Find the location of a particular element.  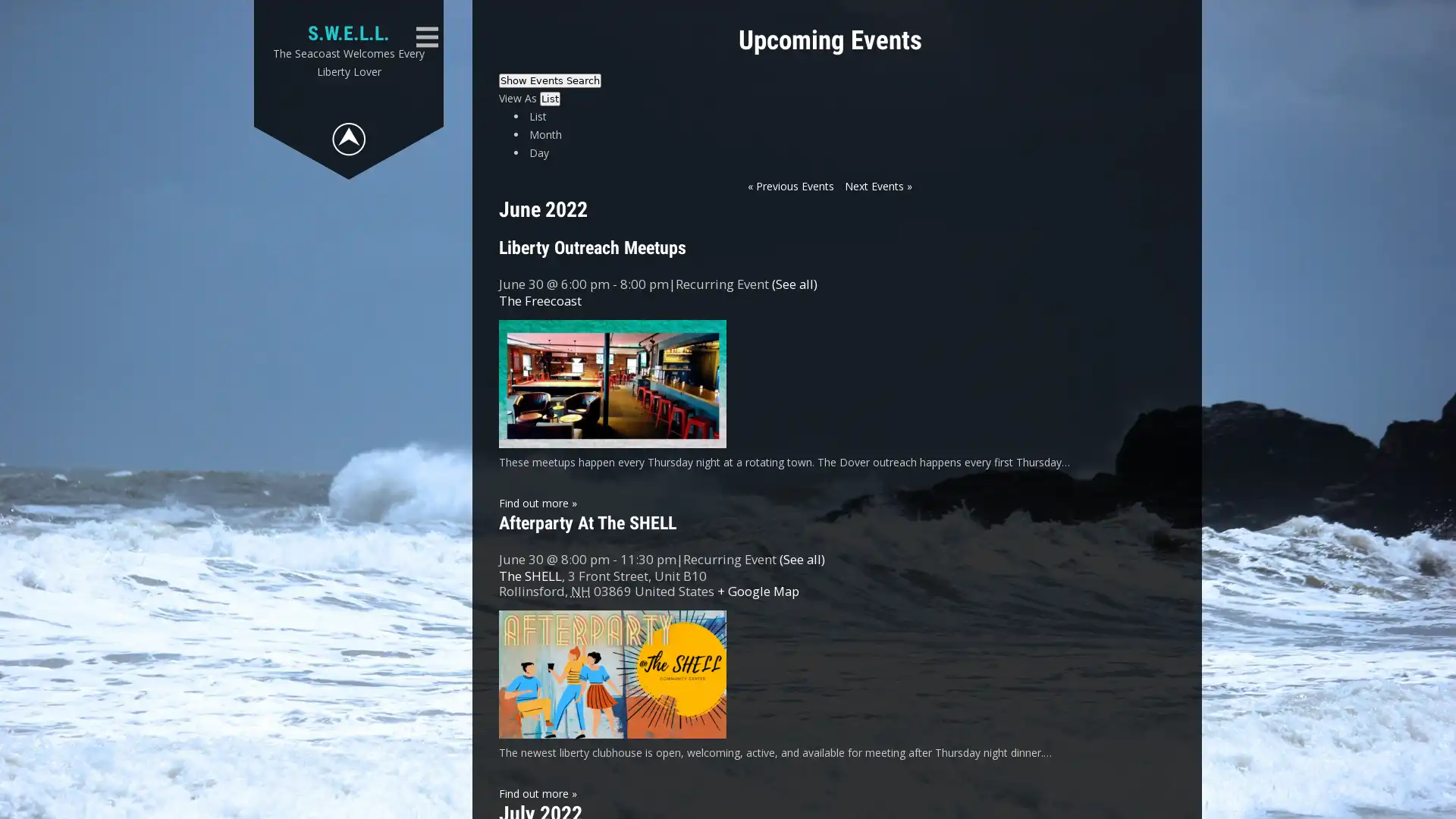

Submit Events search is located at coordinates (528, 133).